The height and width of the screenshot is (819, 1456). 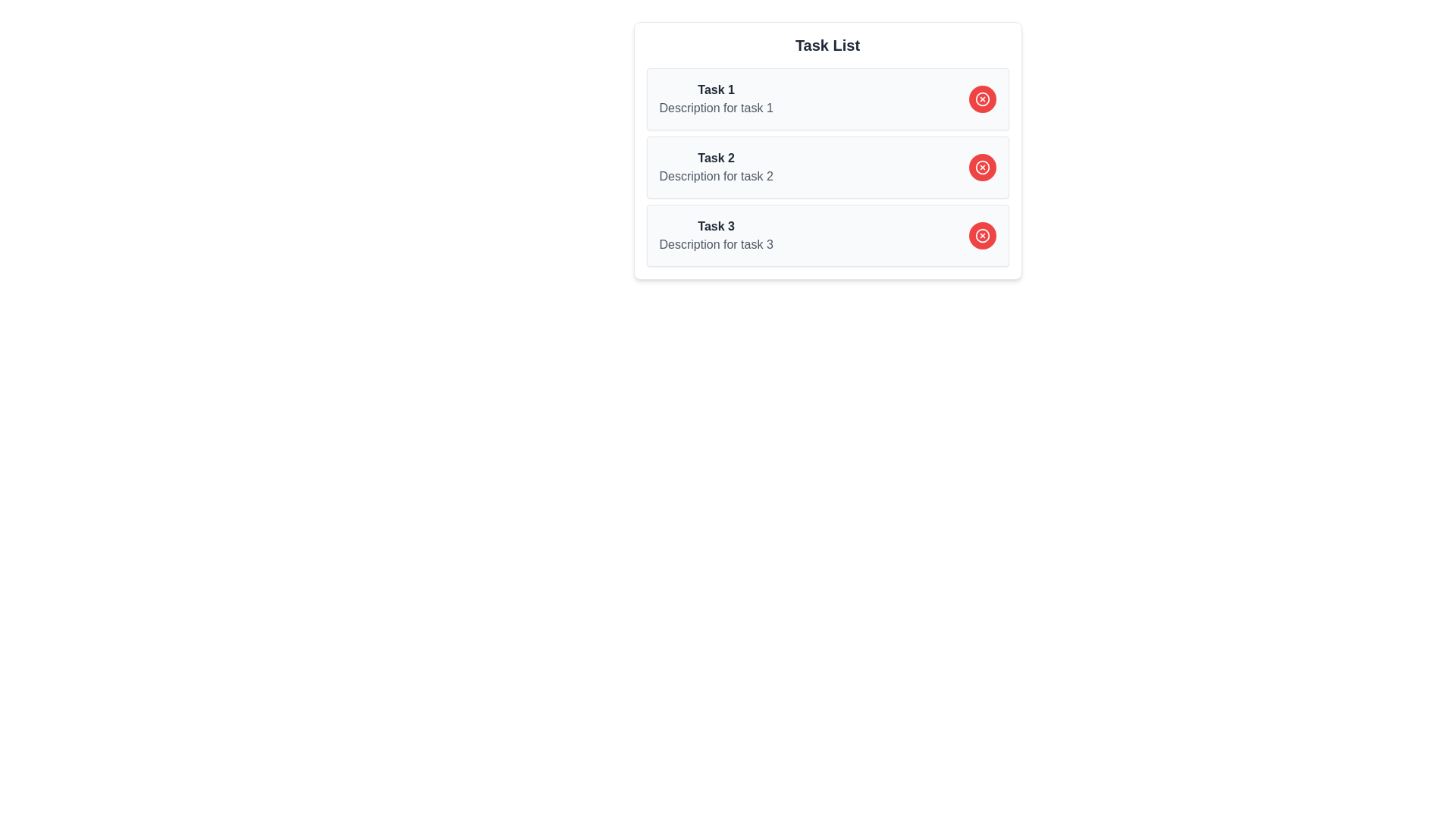 I want to click on the close button located on the right end of the second task's row in the task list interface, so click(x=982, y=167).